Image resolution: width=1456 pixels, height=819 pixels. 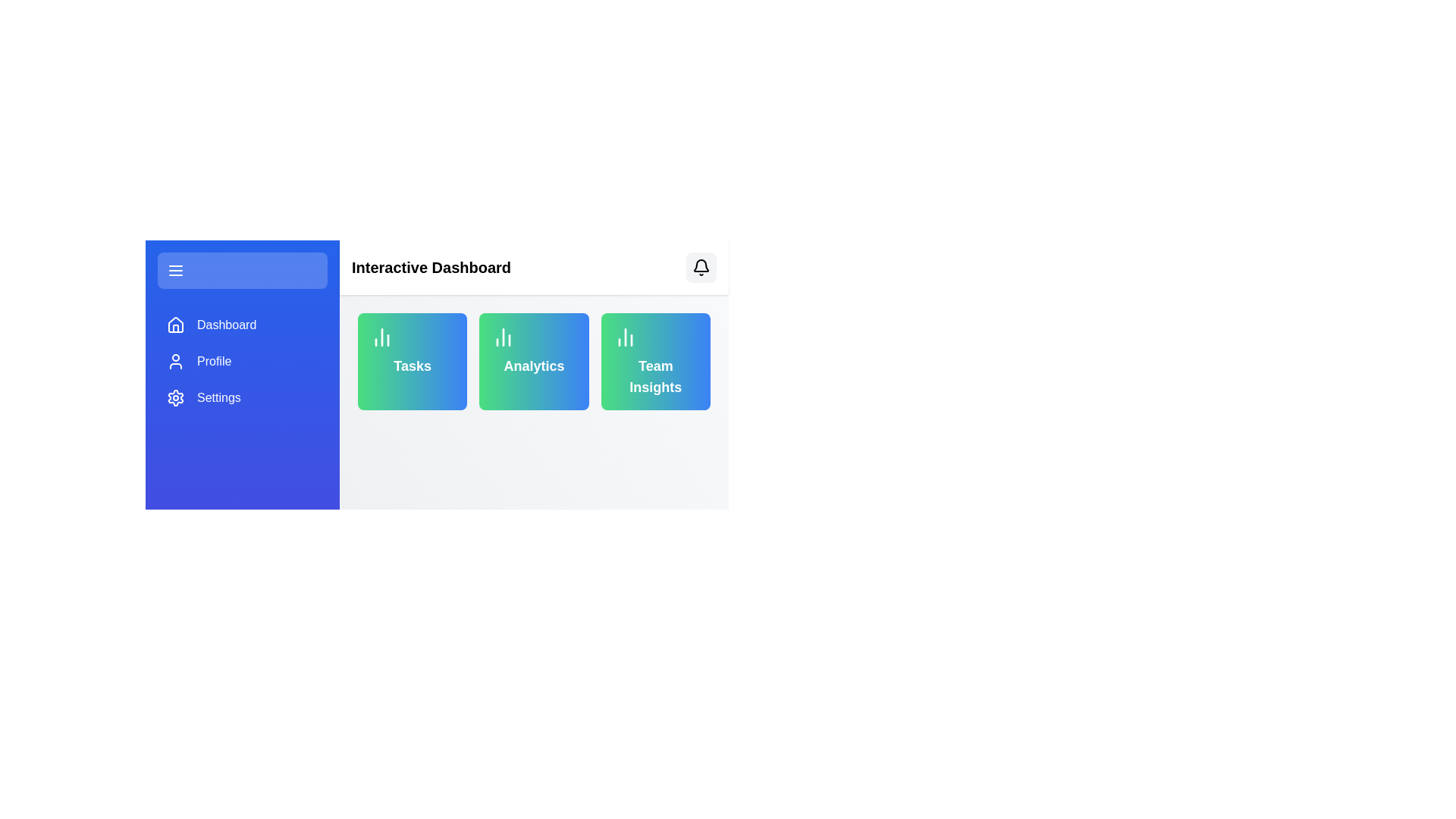 I want to click on the navigation link labeled 'Dashboard' in the left sidebar of the application, so click(x=226, y=324).